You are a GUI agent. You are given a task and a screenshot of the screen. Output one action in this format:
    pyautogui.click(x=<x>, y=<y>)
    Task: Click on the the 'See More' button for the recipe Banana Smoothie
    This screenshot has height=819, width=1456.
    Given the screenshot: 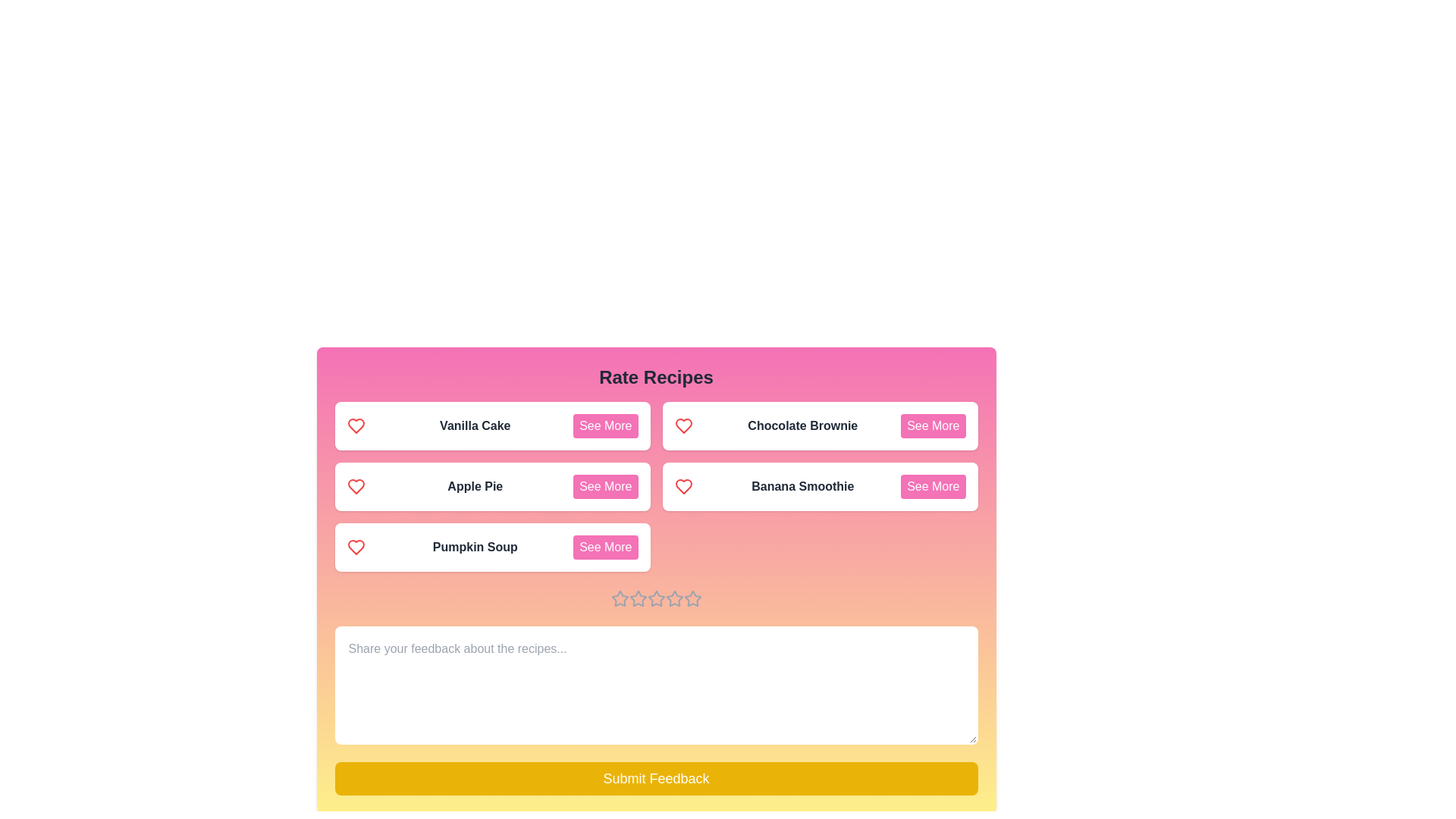 What is the action you would take?
    pyautogui.click(x=932, y=486)
    